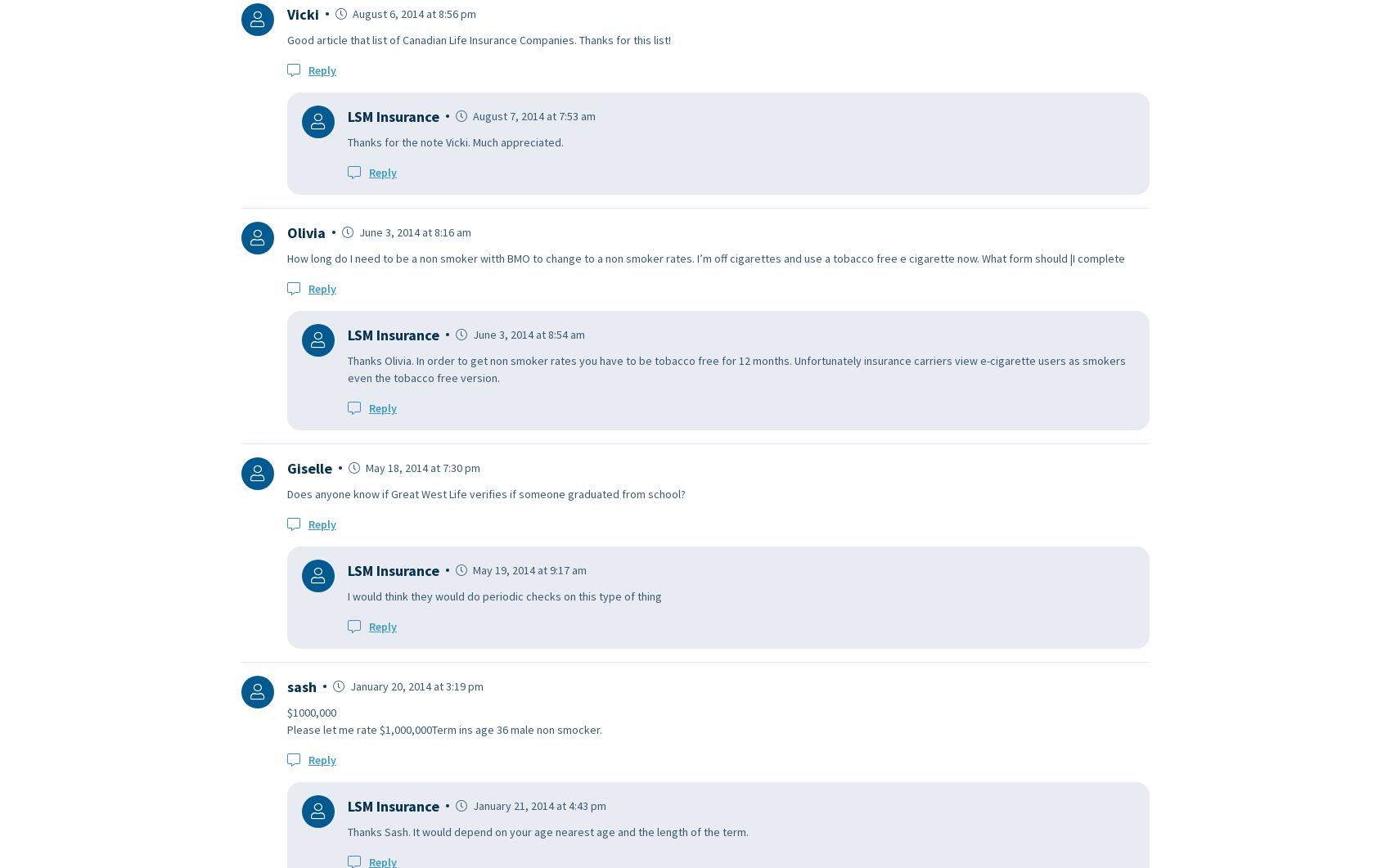 The image size is (1391, 868). What do you see at coordinates (485, 492) in the screenshot?
I see `'Does anyone know if Great West Life verifies if someone graduated from school?'` at bounding box center [485, 492].